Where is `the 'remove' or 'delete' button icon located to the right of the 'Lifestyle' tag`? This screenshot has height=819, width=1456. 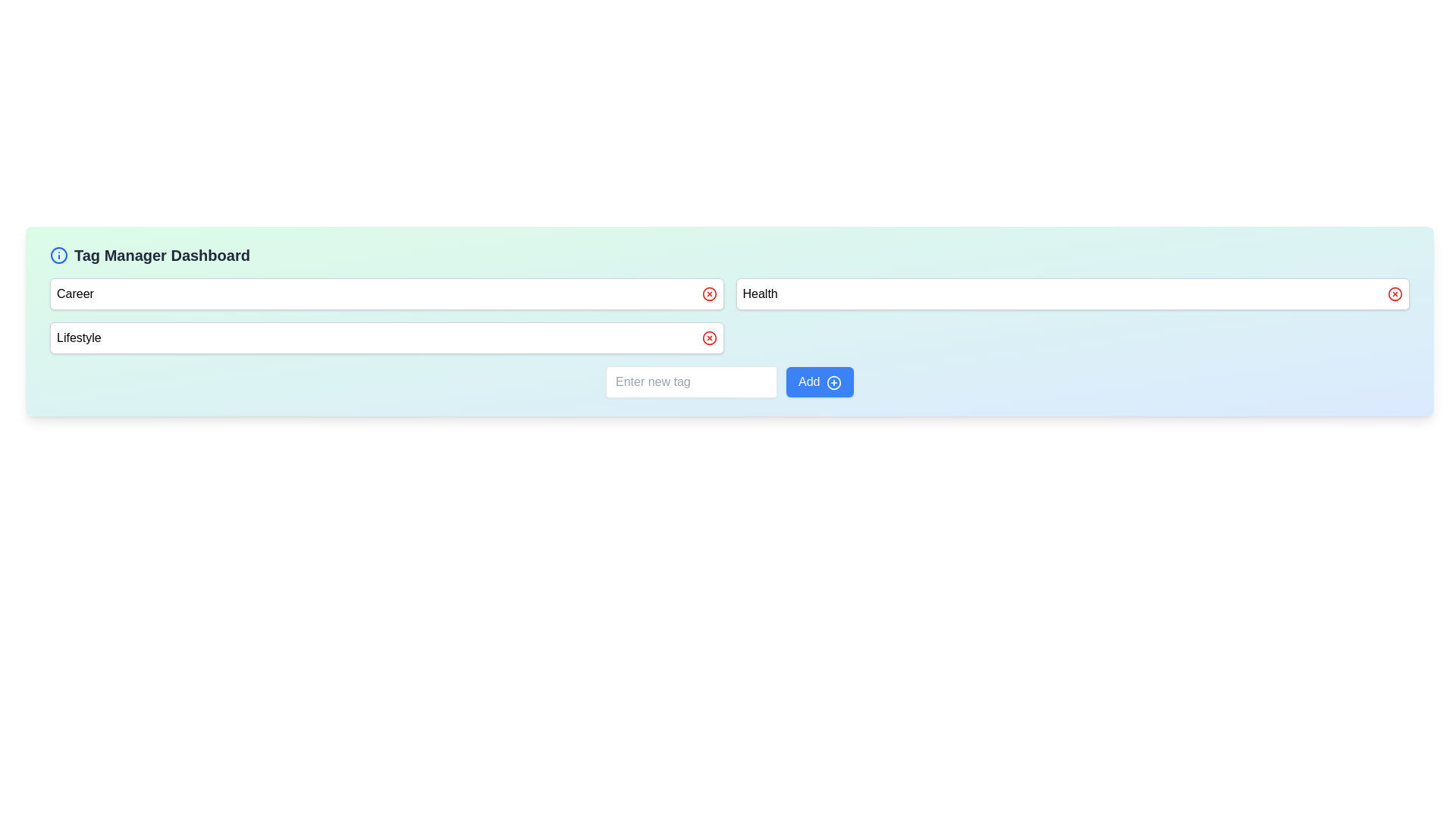
the 'remove' or 'delete' button icon located to the right of the 'Lifestyle' tag is located at coordinates (708, 337).